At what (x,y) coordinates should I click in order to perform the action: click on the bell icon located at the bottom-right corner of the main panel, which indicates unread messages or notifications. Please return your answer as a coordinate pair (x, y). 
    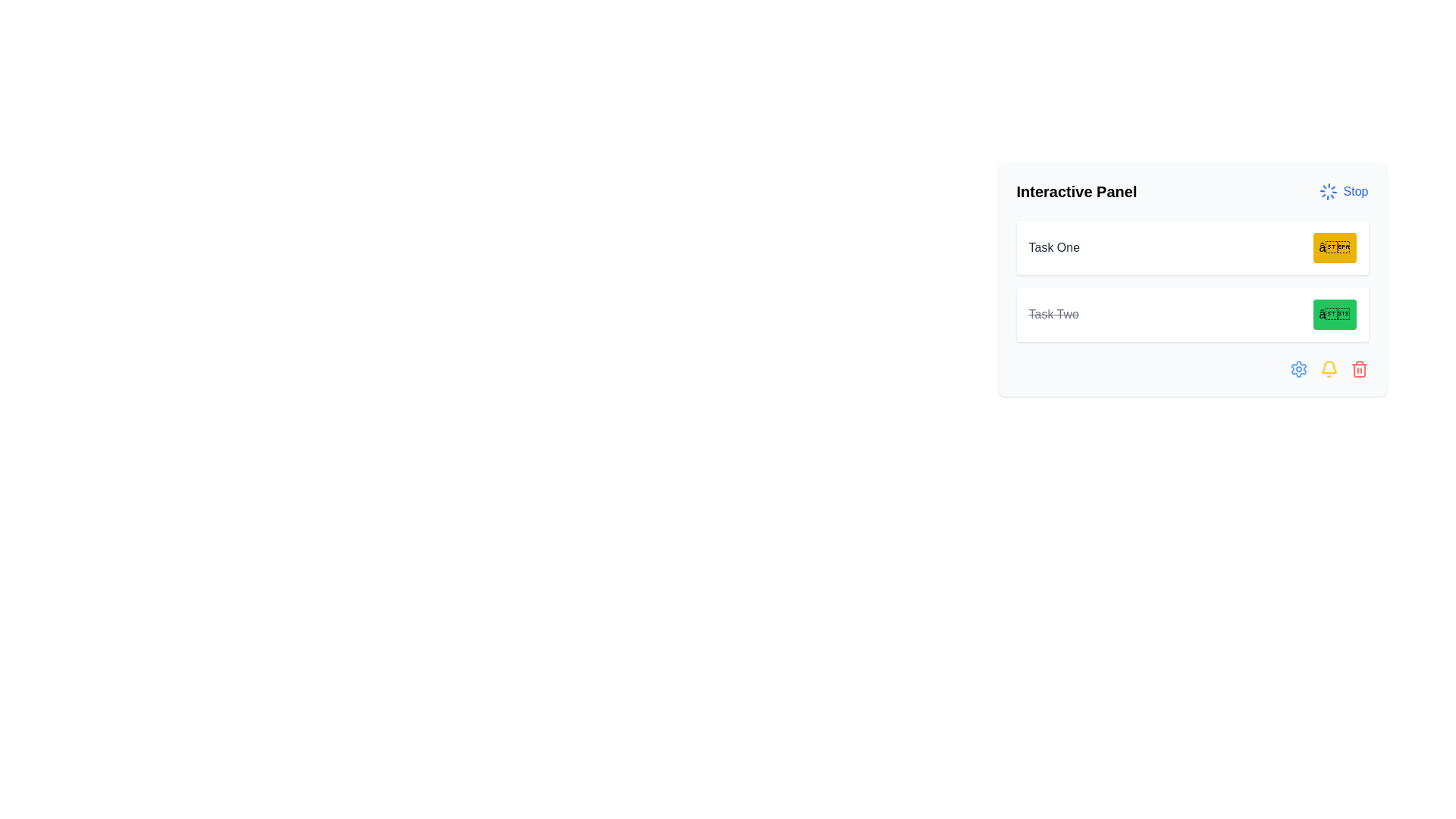
    Looking at the image, I should click on (1328, 369).